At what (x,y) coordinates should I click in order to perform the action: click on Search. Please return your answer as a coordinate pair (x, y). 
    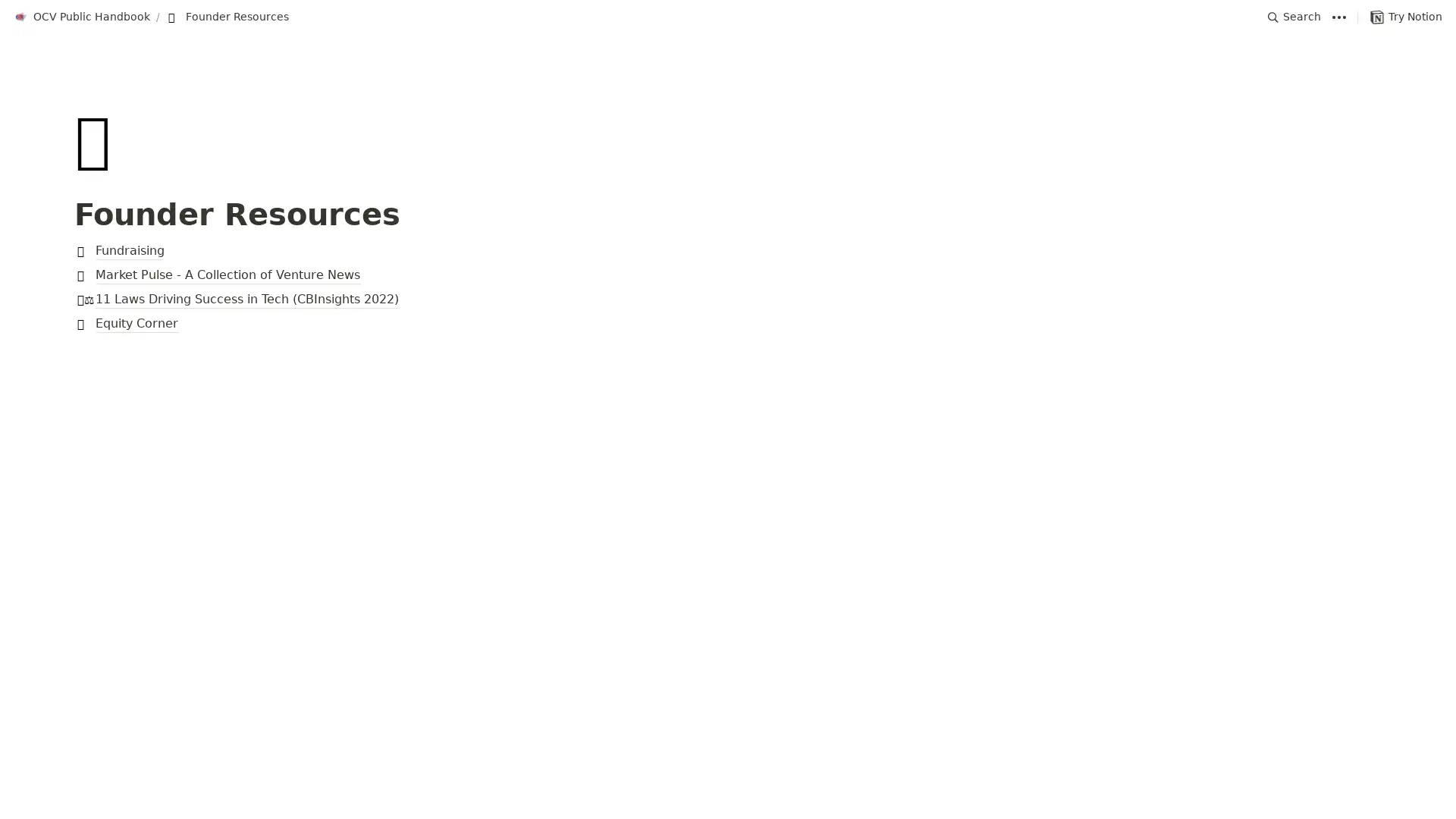
    Looking at the image, I should click on (1294, 17).